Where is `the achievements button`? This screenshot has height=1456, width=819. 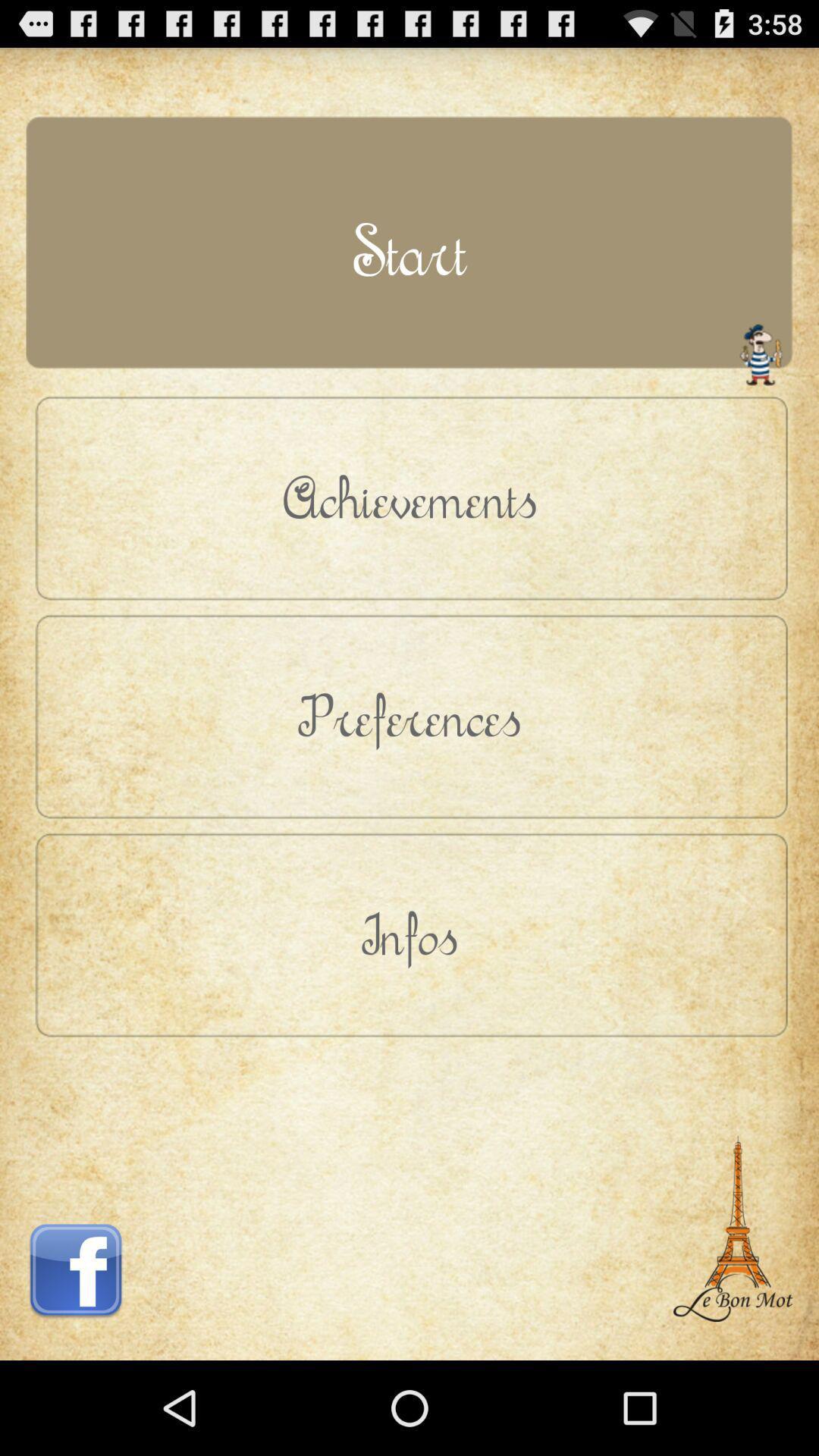 the achievements button is located at coordinates (409, 497).